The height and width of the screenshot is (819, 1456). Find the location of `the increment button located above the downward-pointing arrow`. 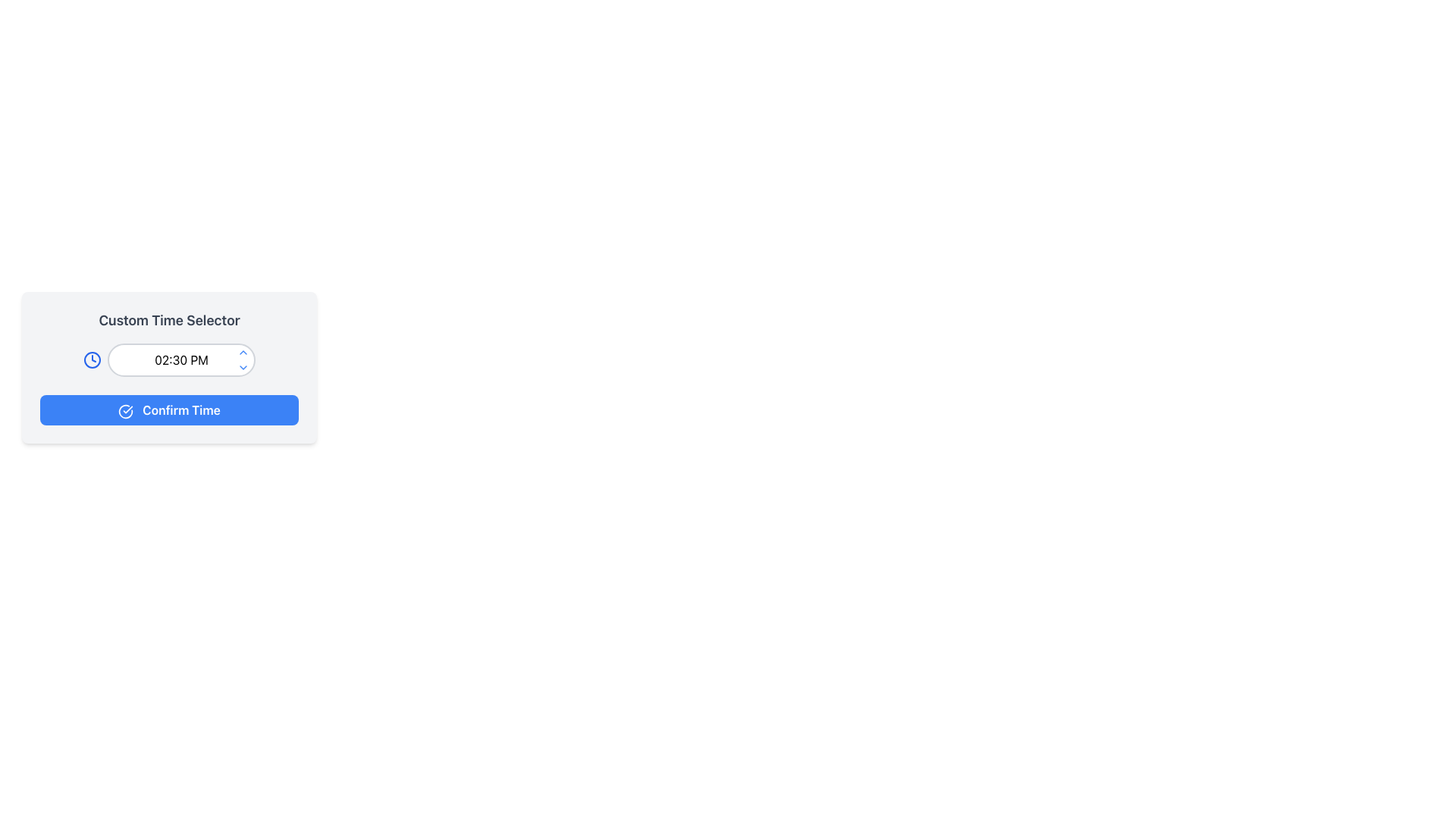

the increment button located above the downward-pointing arrow is located at coordinates (243, 353).